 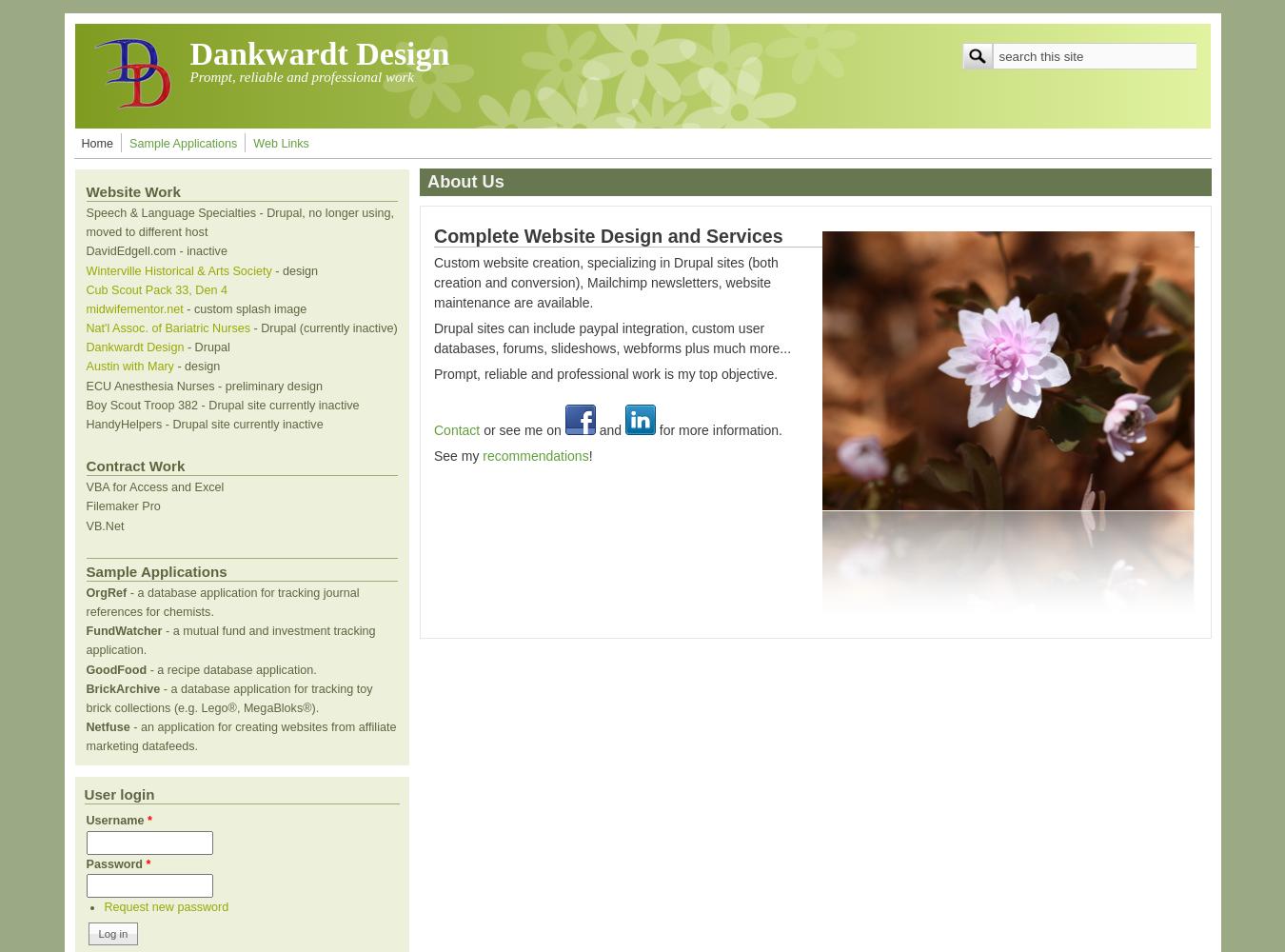 What do you see at coordinates (612, 337) in the screenshot?
I see `'Drupal sites can include paypal integration, custom user databases, forums, slideshows, webforms plus much more...'` at bounding box center [612, 337].